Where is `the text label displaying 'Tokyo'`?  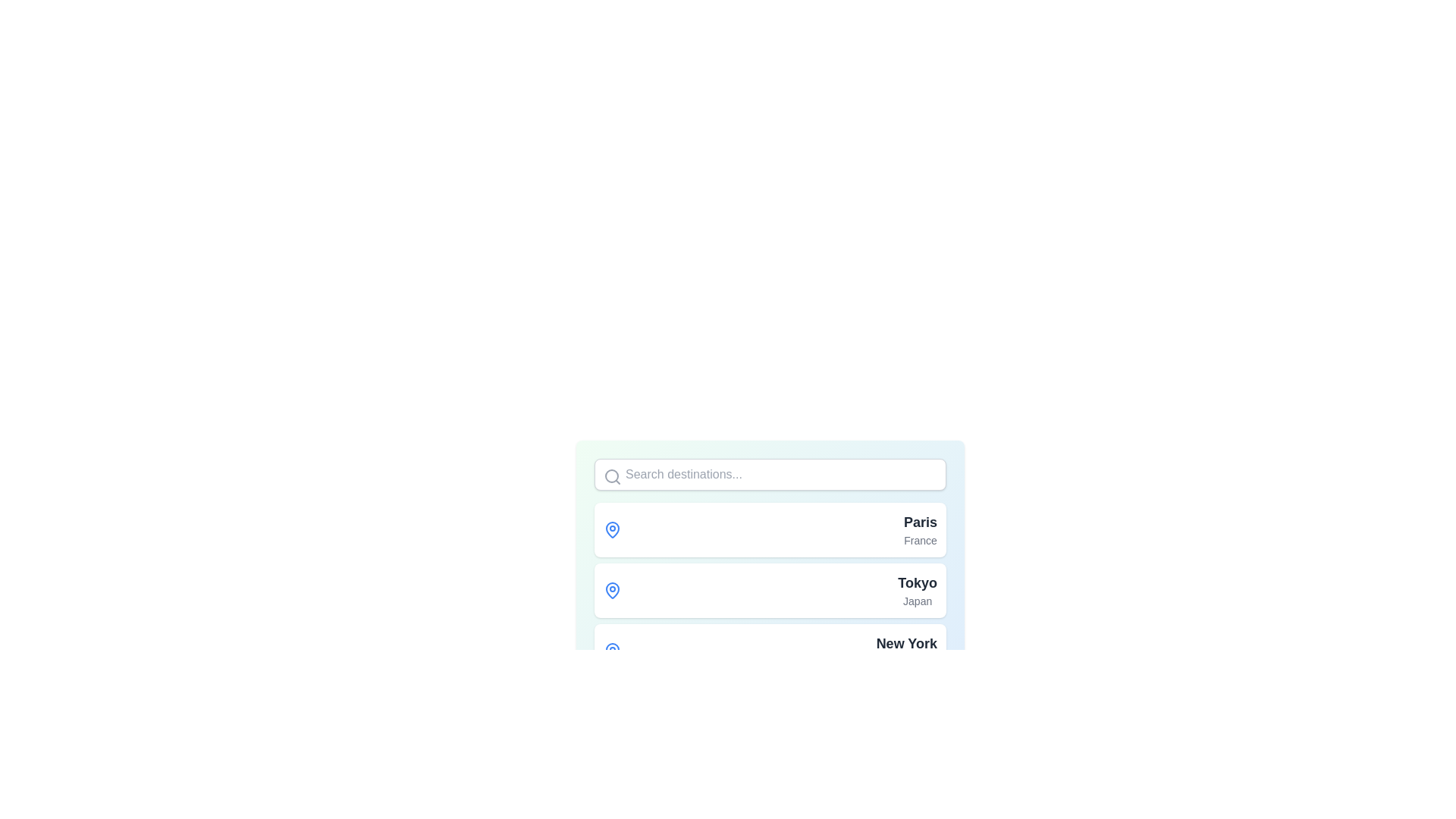
the text label displaying 'Tokyo' is located at coordinates (917, 582).